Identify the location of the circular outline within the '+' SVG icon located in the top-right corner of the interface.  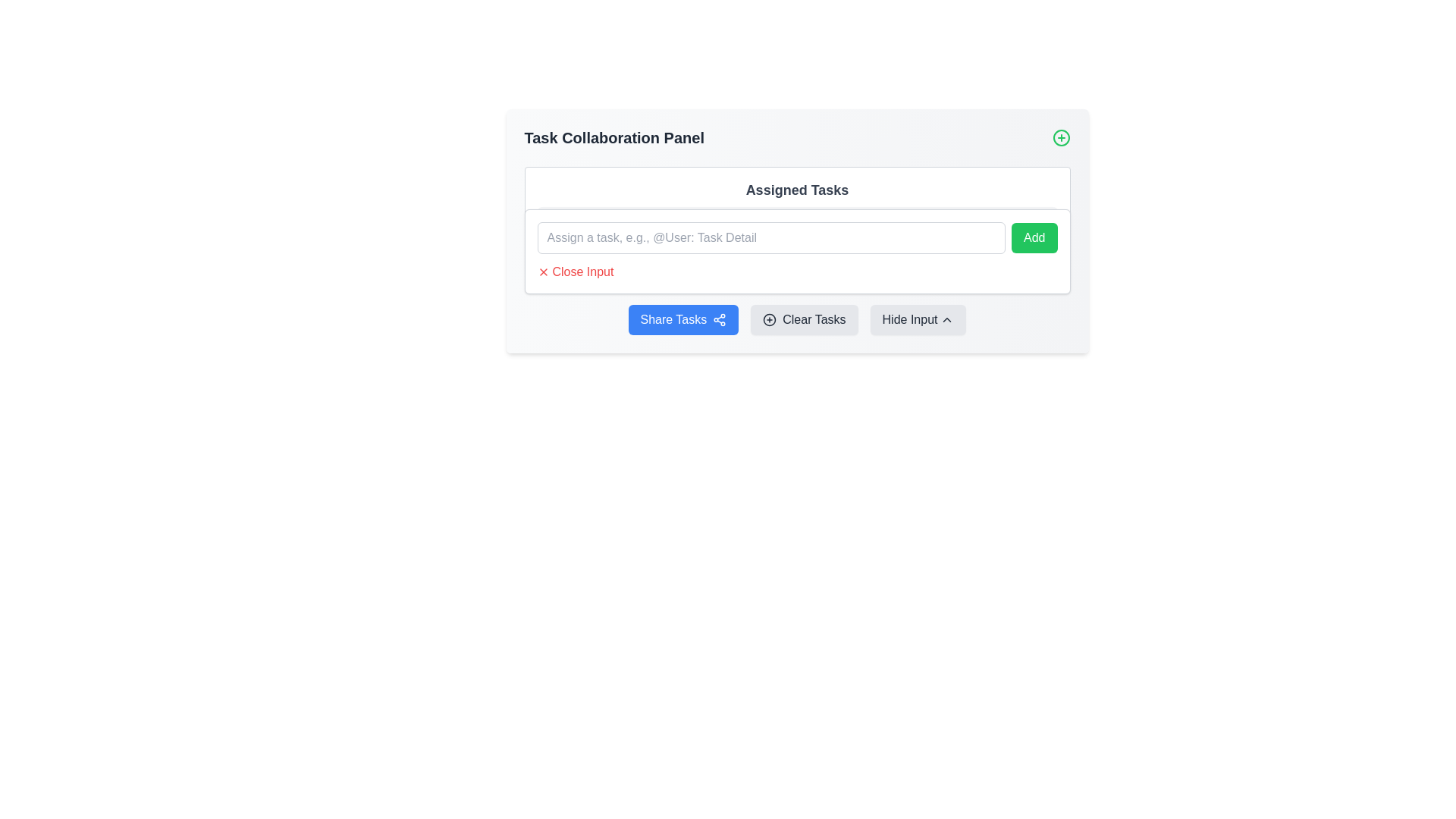
(1060, 137).